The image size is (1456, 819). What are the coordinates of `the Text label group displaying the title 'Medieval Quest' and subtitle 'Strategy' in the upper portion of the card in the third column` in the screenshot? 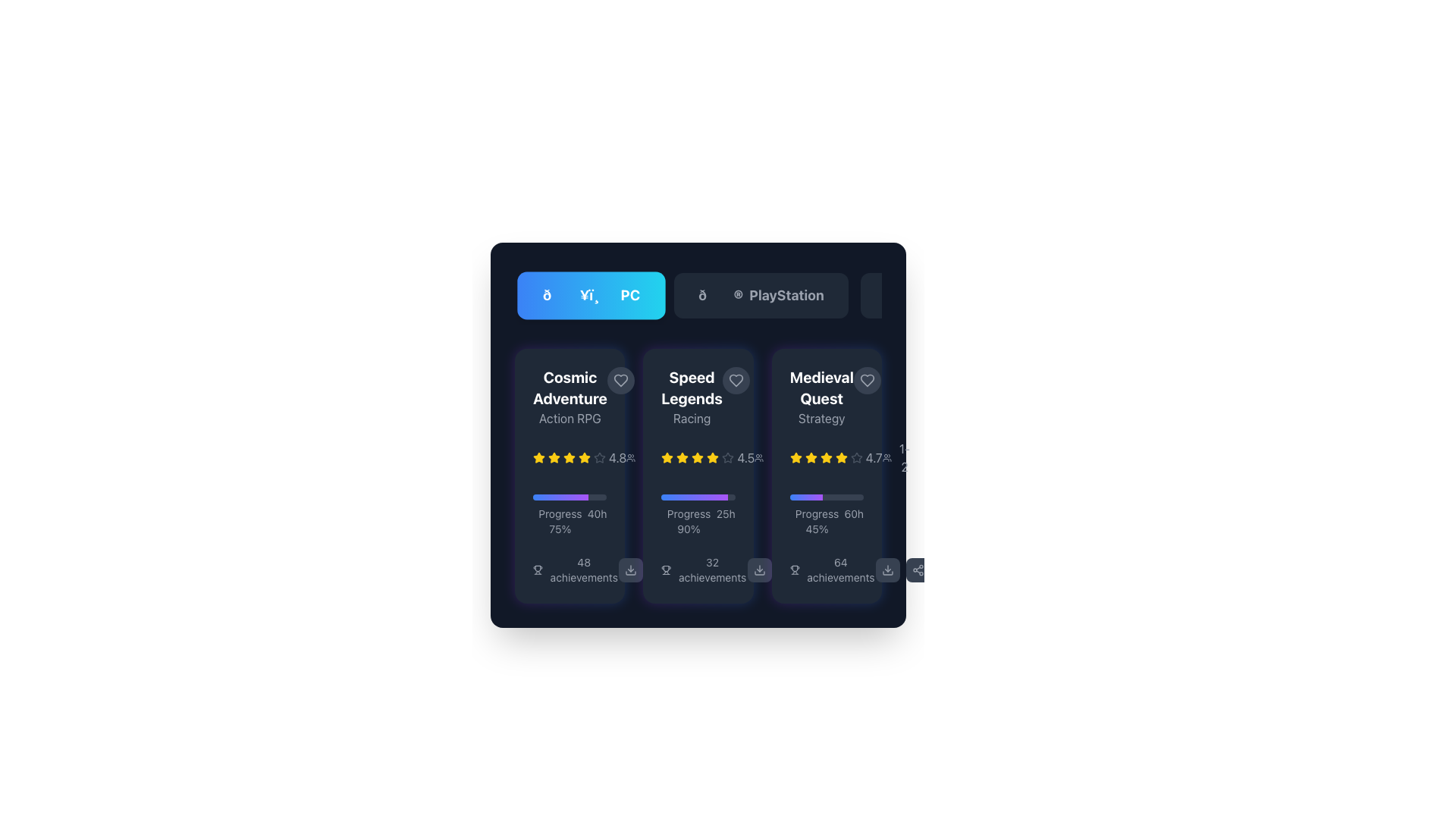 It's located at (821, 397).